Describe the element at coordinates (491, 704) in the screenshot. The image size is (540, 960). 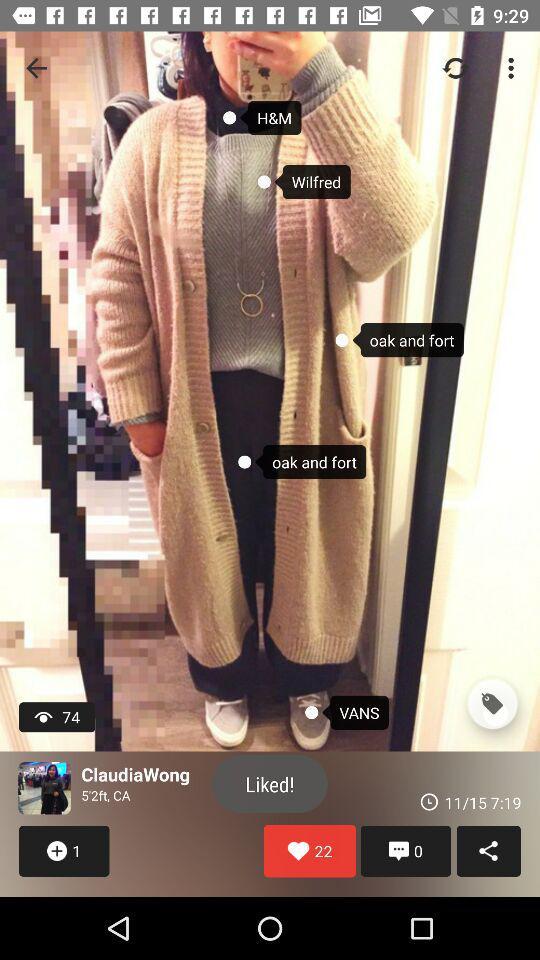
I see `the label icon` at that location.